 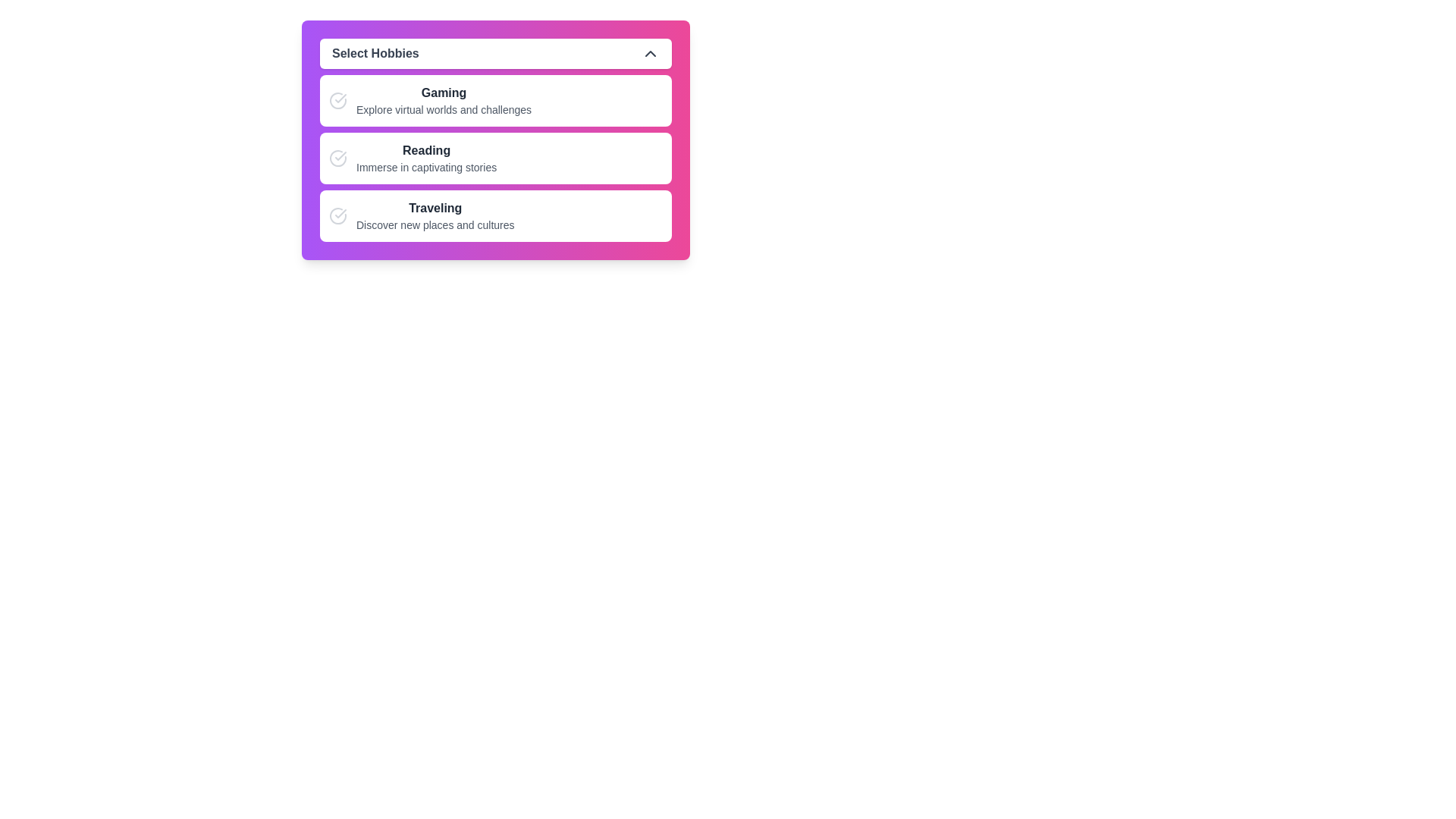 What do you see at coordinates (443, 100) in the screenshot?
I see `the 'Gaming' hobby selection text block, which is the first option in a vertical list of selectable items, located below the 'Select Hobbies' heading and aligned with a checkbox icon` at bounding box center [443, 100].